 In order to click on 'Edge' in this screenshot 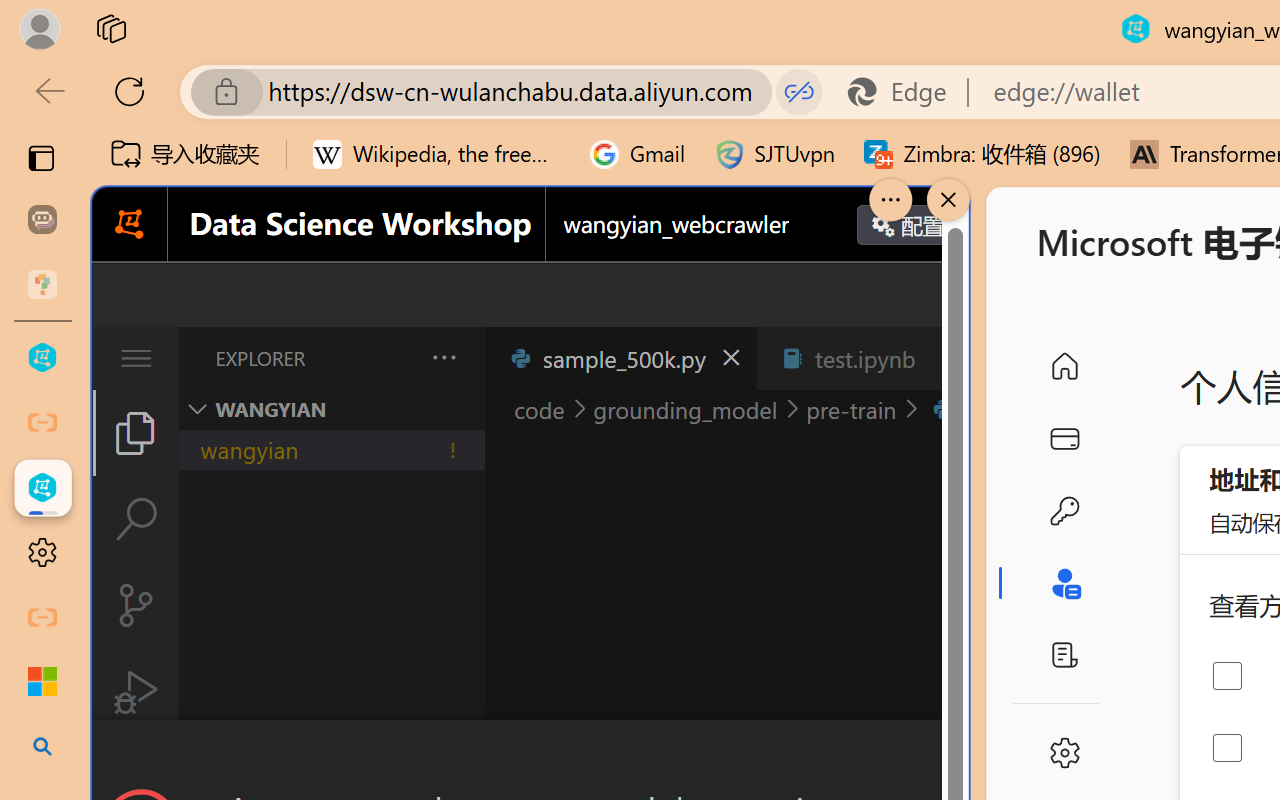, I will do `click(905, 91)`.